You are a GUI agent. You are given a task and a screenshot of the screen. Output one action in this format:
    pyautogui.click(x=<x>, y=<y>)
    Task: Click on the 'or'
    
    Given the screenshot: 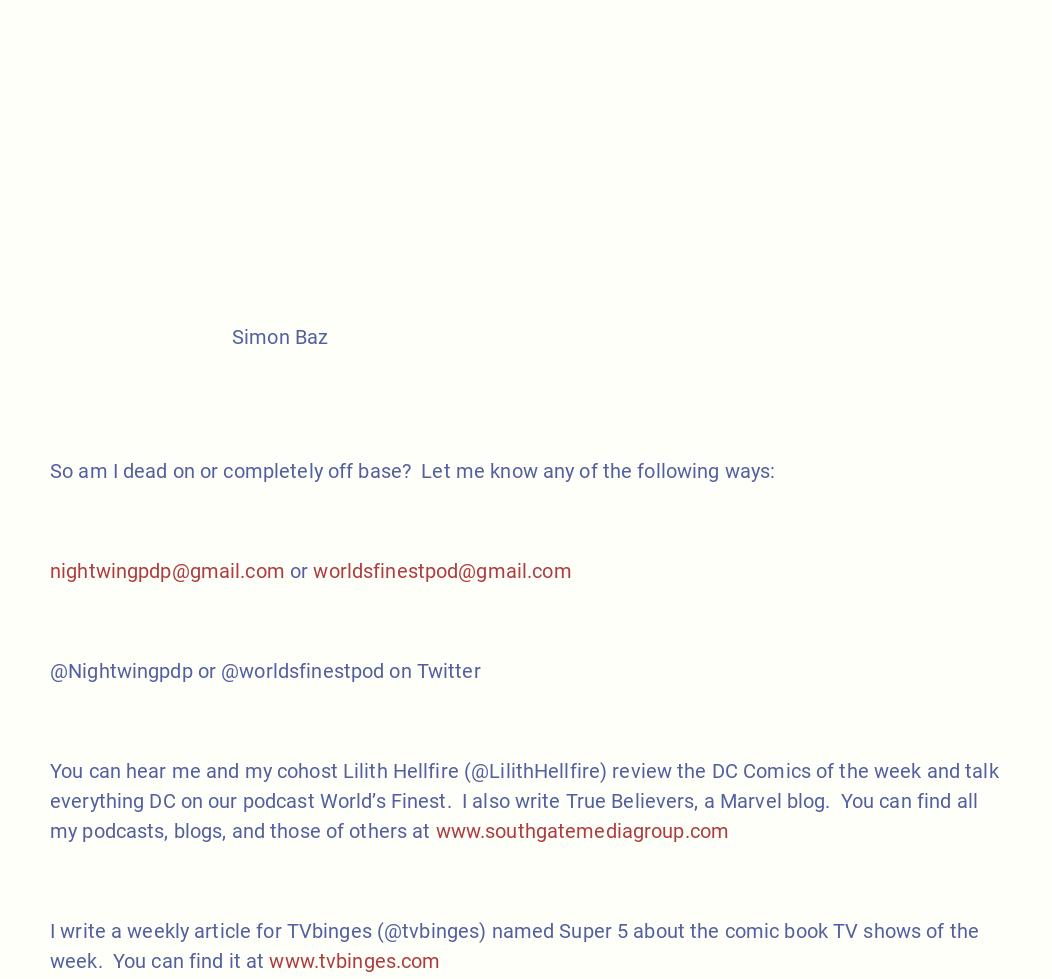 What is the action you would take?
    pyautogui.click(x=284, y=568)
    